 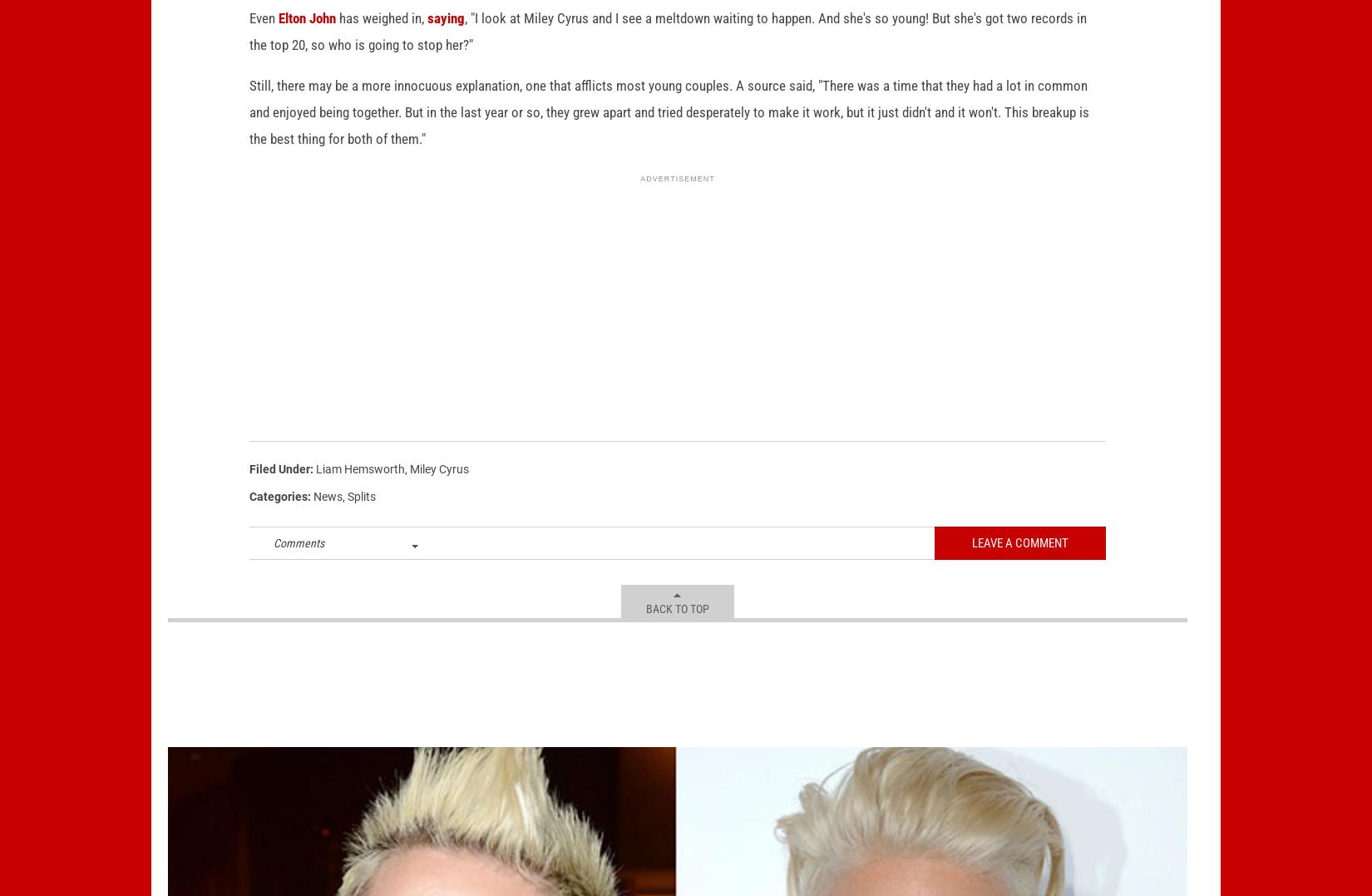 I want to click on 'Even', so click(x=249, y=44).